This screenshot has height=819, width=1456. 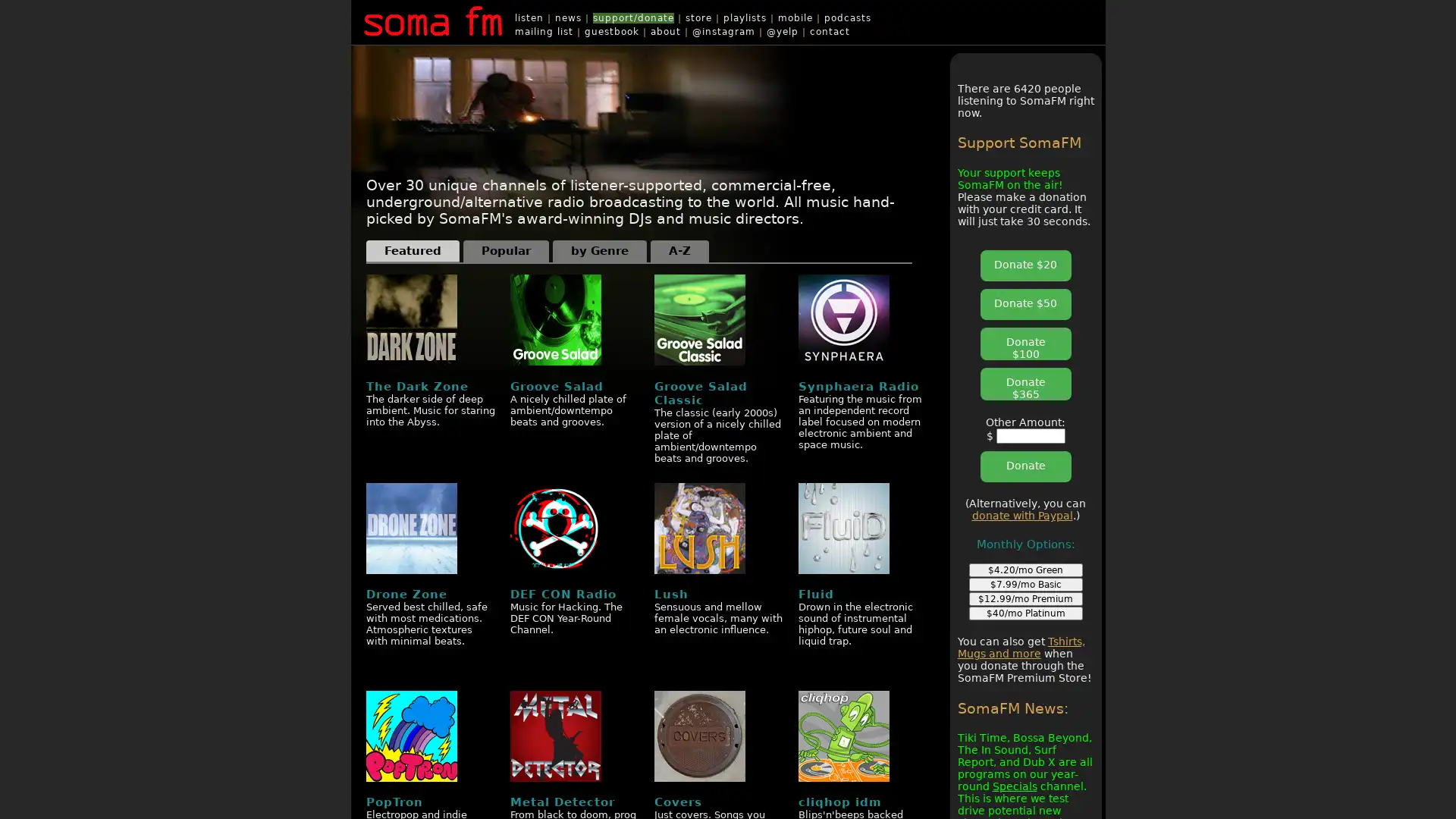 What do you see at coordinates (1025, 304) in the screenshot?
I see `Donate $50` at bounding box center [1025, 304].